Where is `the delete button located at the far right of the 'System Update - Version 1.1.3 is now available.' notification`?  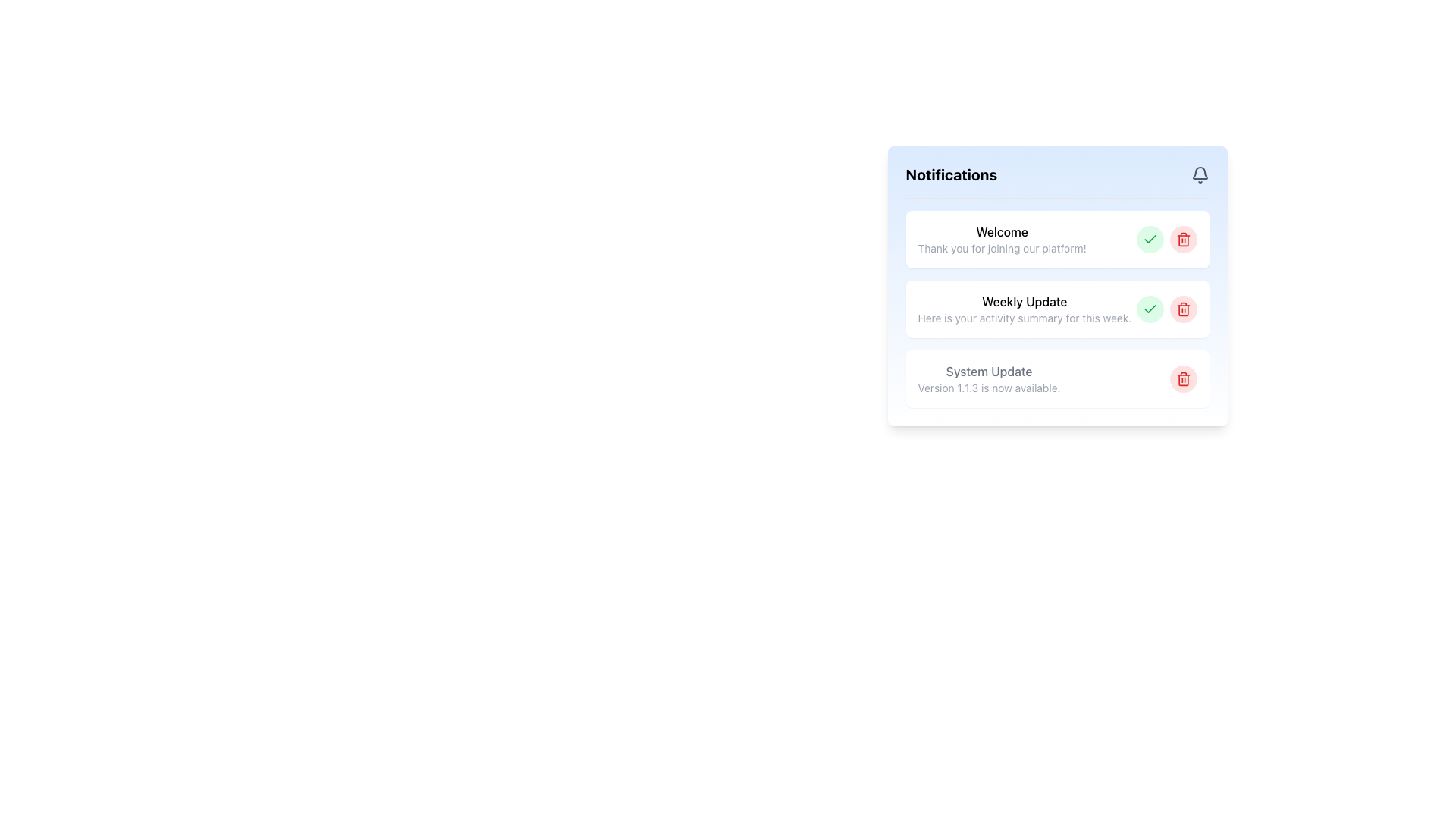 the delete button located at the far right of the 'System Update - Version 1.1.3 is now available.' notification is located at coordinates (1182, 378).